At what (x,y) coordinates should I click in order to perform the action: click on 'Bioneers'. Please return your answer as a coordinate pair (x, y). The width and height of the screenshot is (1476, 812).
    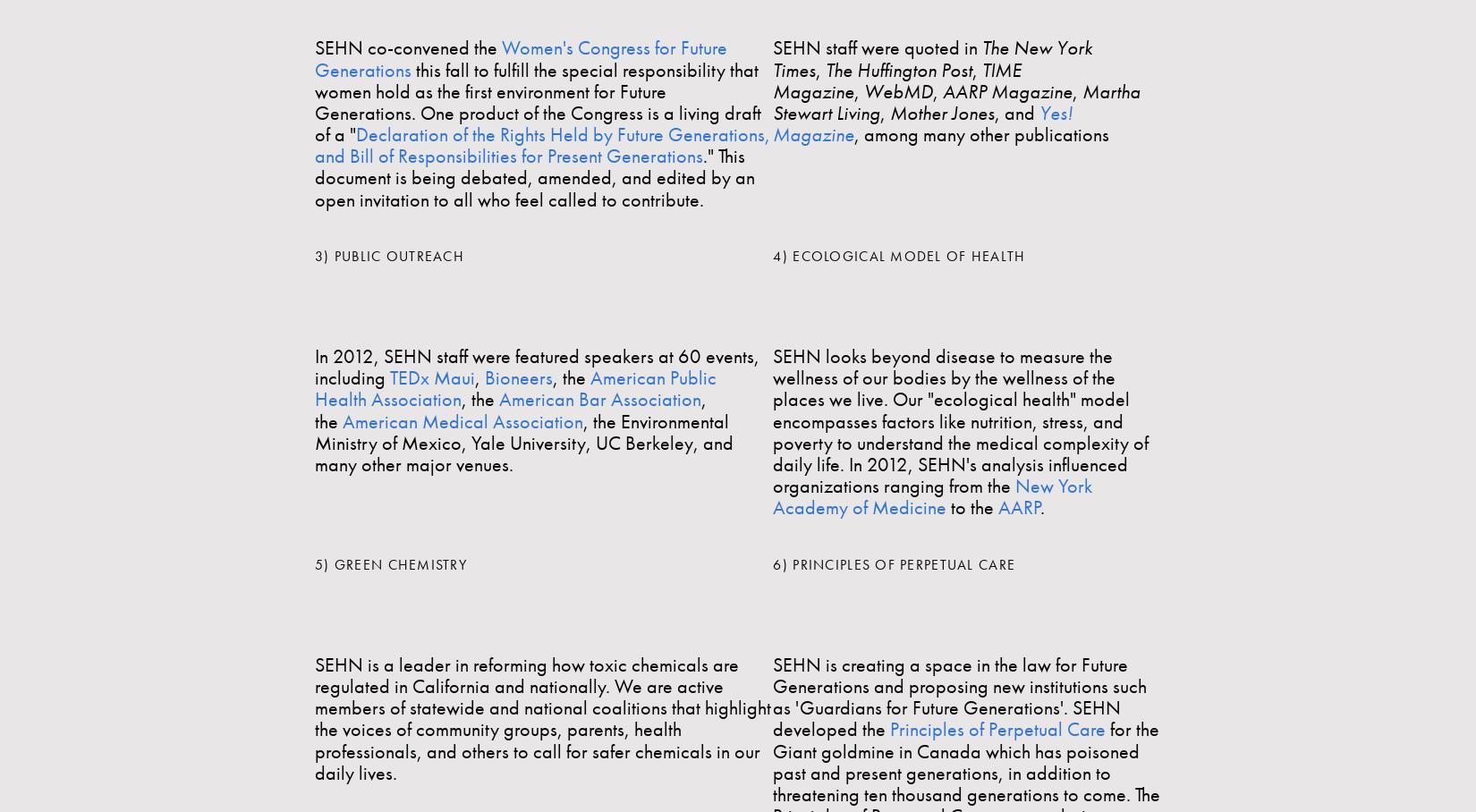
    Looking at the image, I should click on (484, 377).